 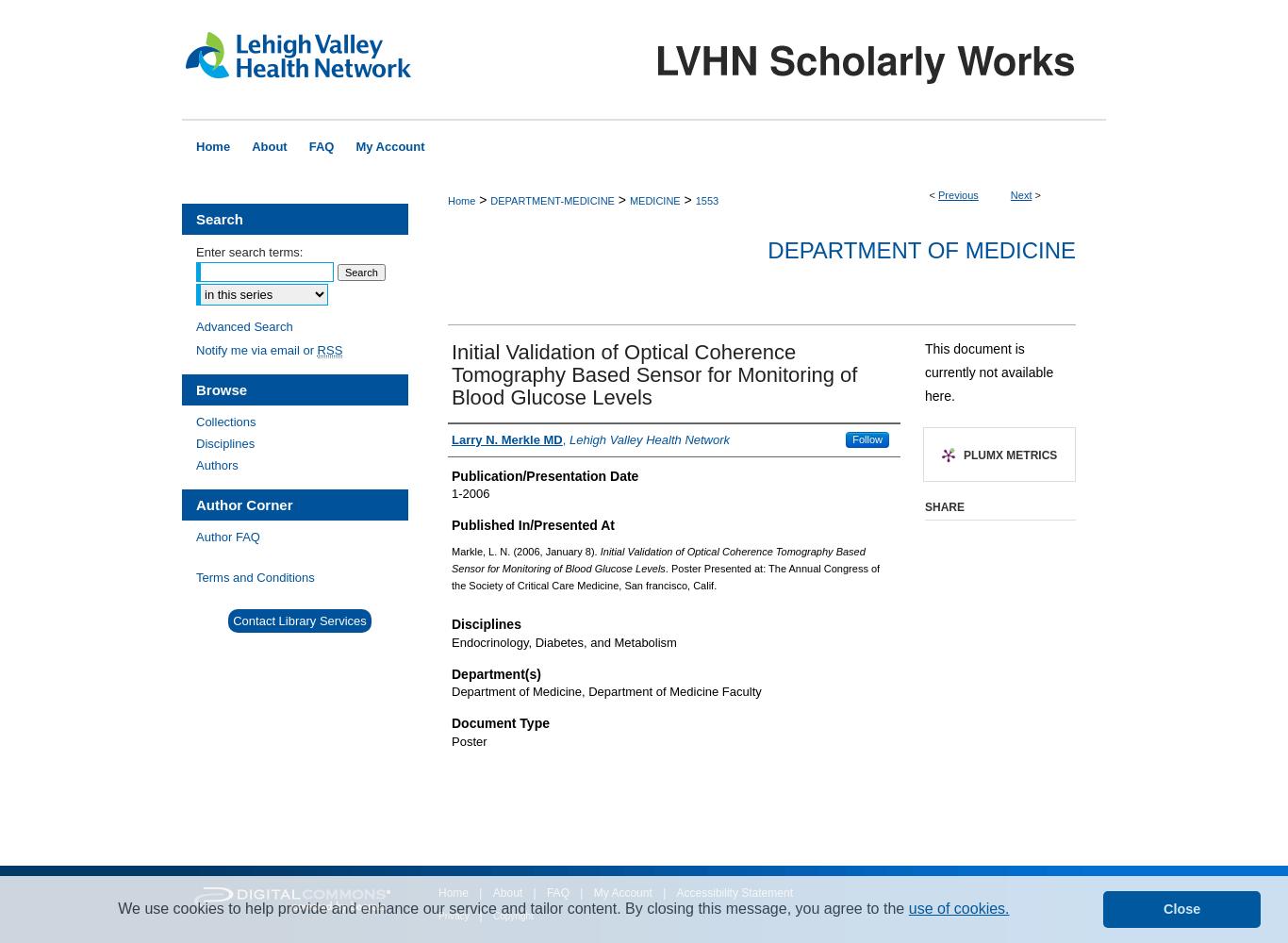 What do you see at coordinates (532, 525) in the screenshot?
I see `'Published In/Presented At'` at bounding box center [532, 525].